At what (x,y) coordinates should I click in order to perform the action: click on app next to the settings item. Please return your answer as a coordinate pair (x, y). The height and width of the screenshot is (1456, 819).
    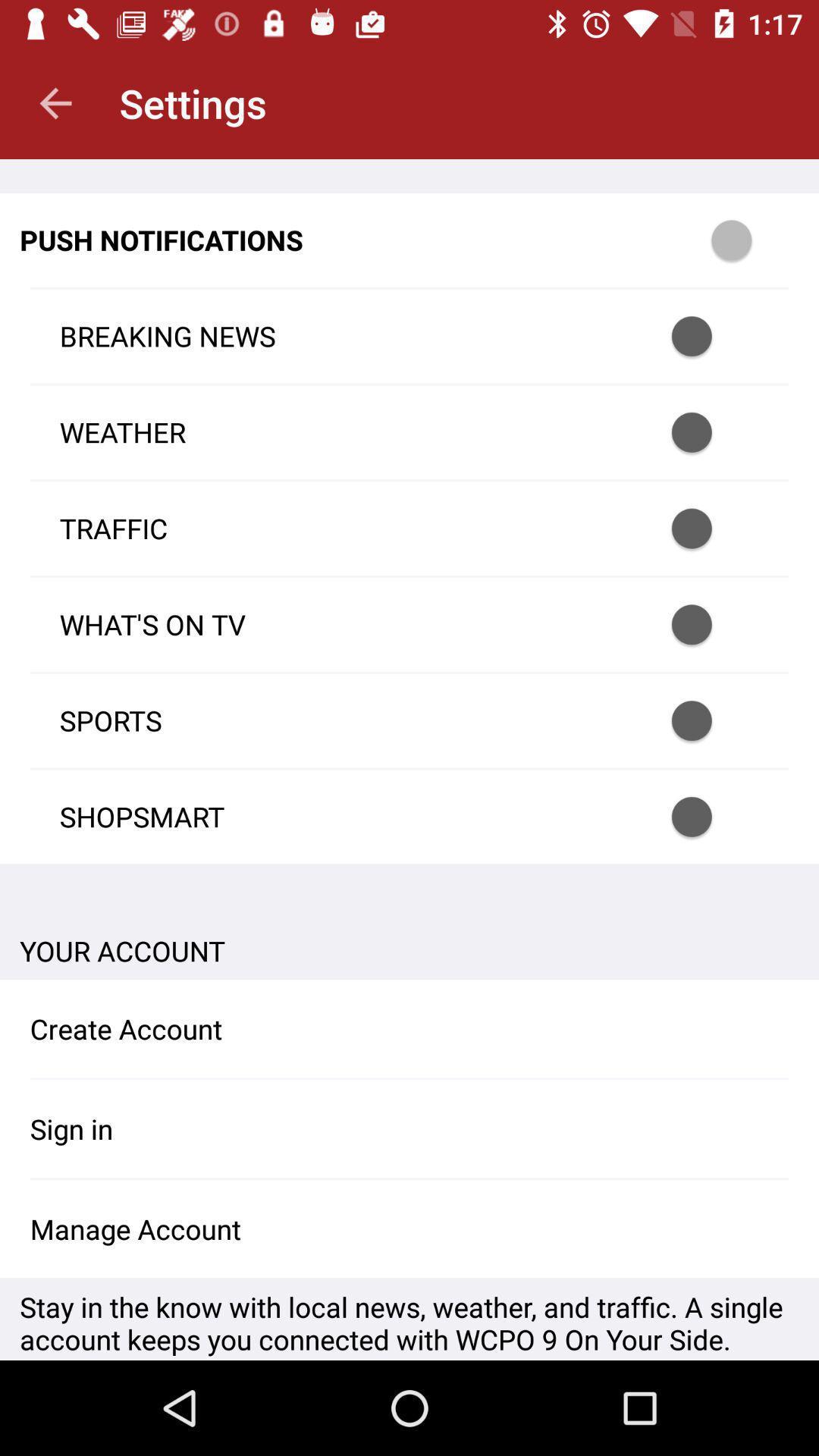
    Looking at the image, I should click on (55, 102).